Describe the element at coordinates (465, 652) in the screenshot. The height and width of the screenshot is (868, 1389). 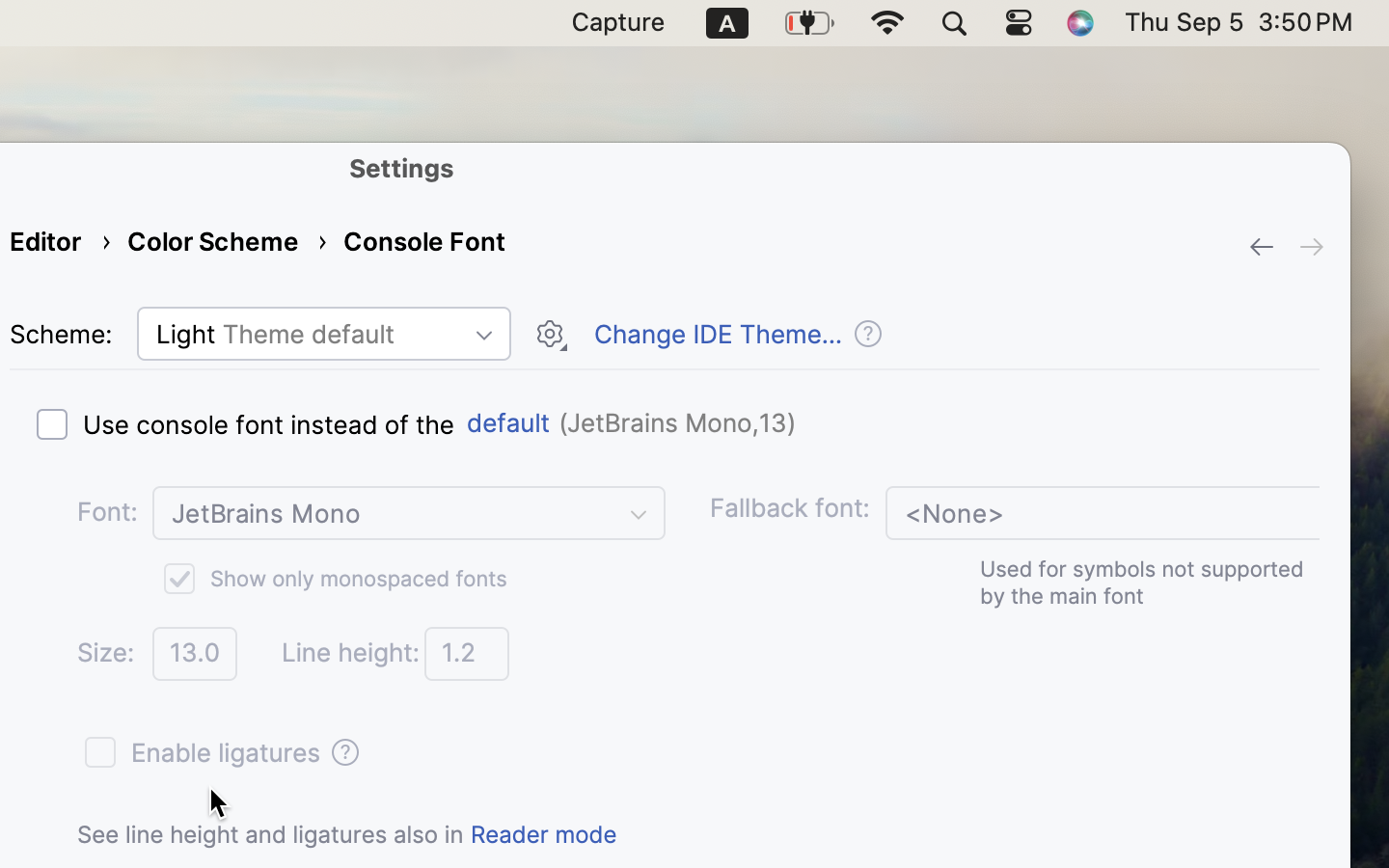
I see `'1.2'` at that location.